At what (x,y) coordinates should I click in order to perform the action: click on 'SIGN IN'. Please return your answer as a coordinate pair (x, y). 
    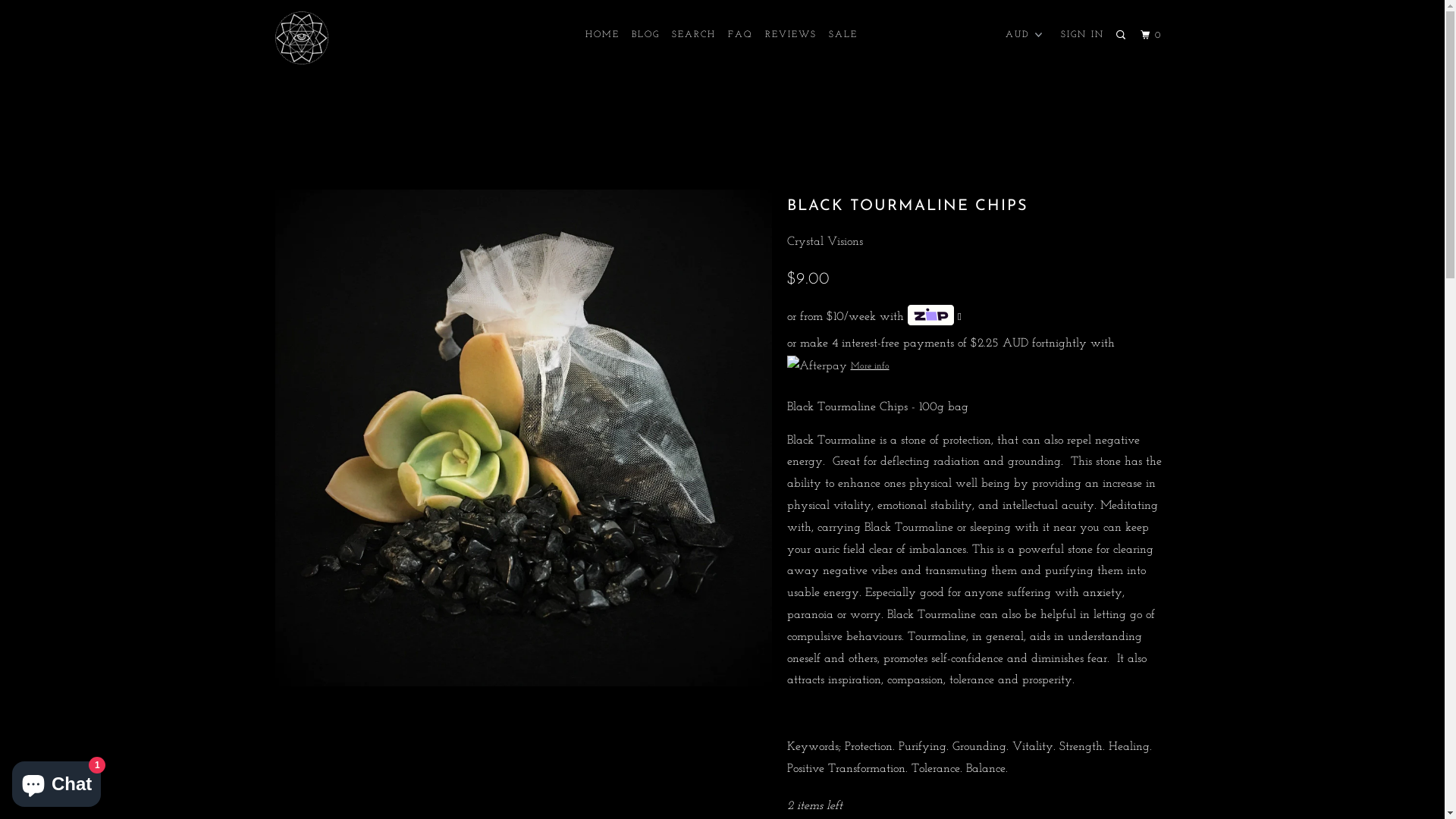
    Looking at the image, I should click on (1081, 34).